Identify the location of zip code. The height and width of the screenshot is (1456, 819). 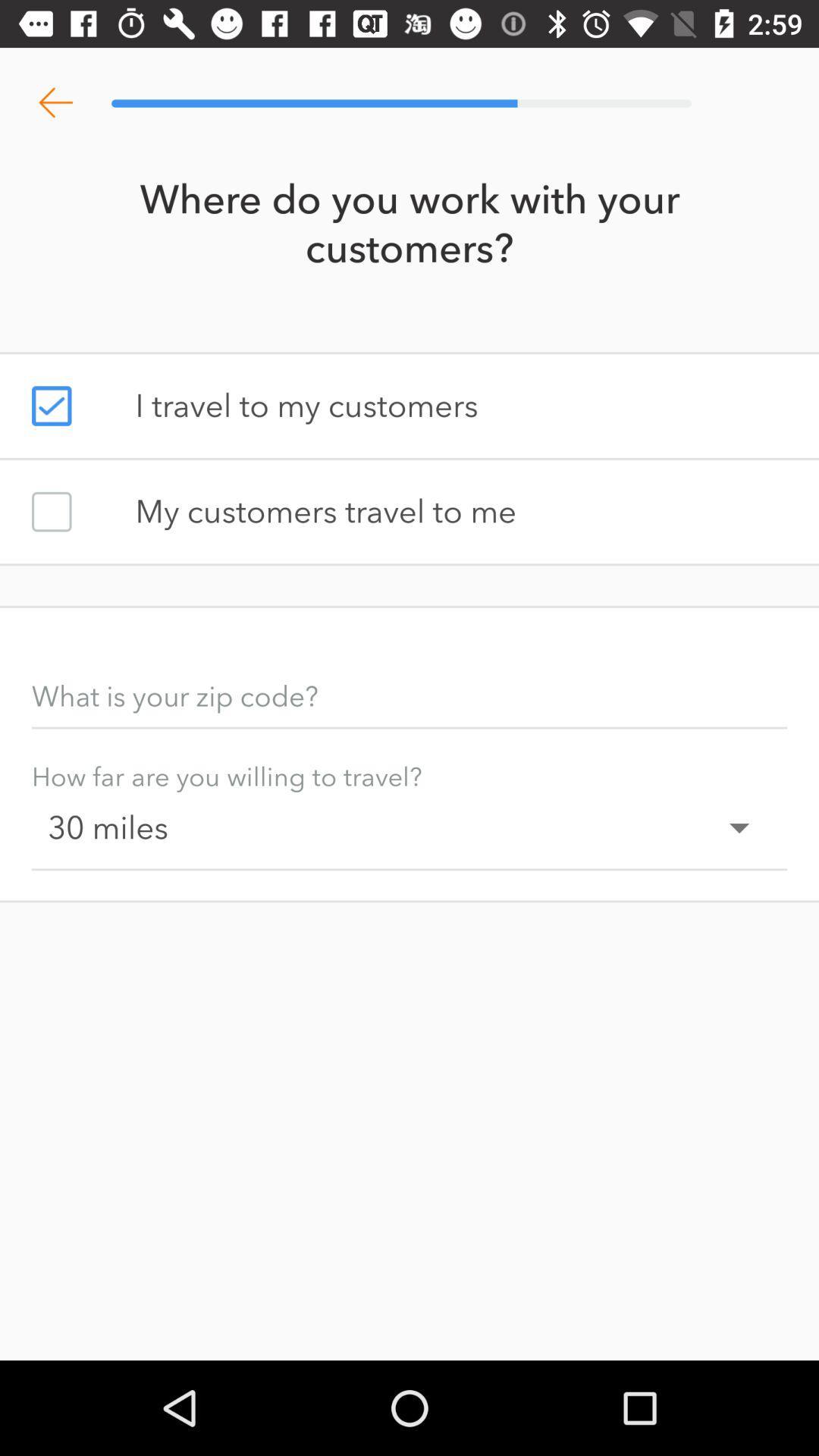
(409, 695).